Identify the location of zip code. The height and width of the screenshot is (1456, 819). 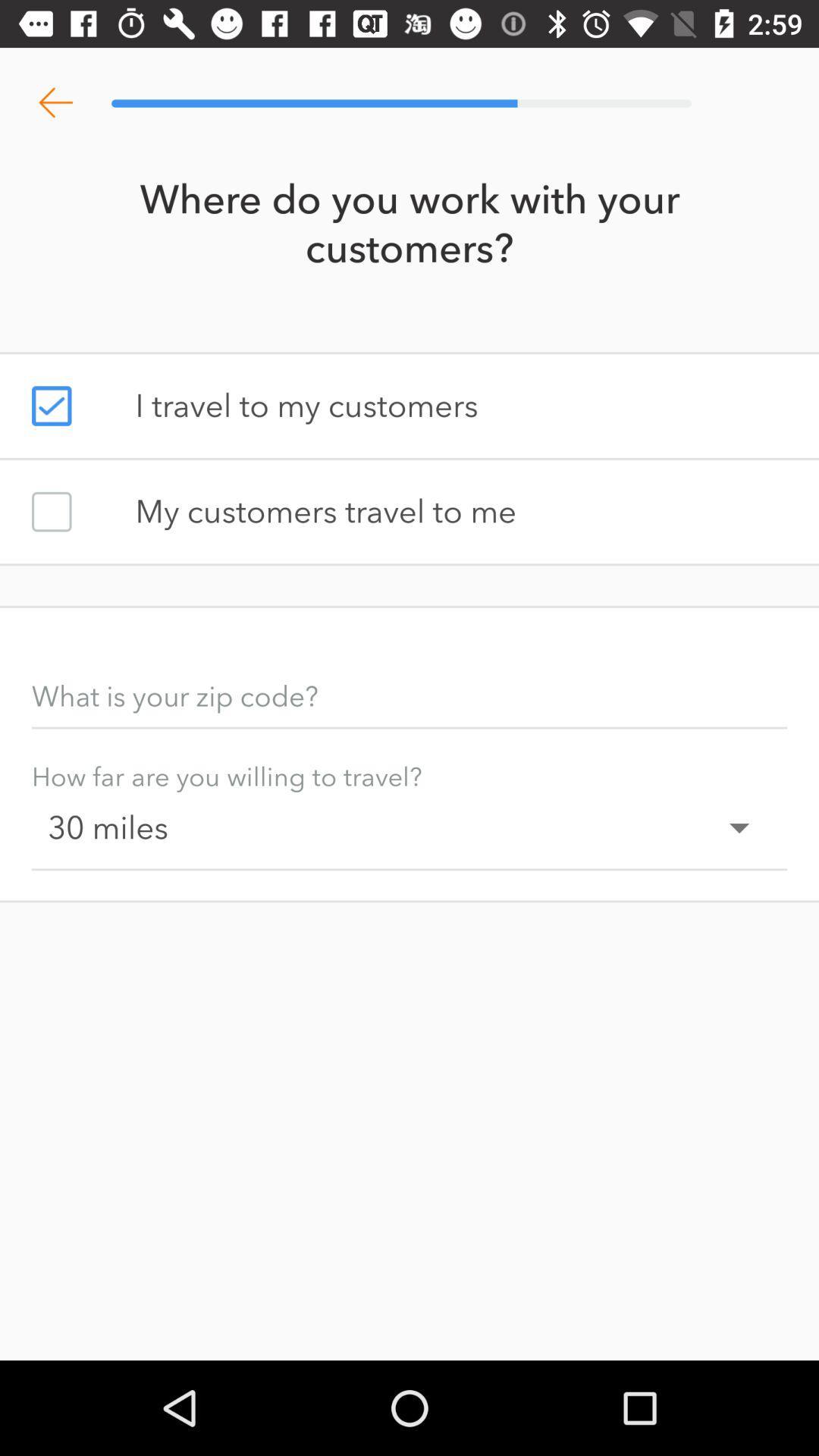
(409, 695).